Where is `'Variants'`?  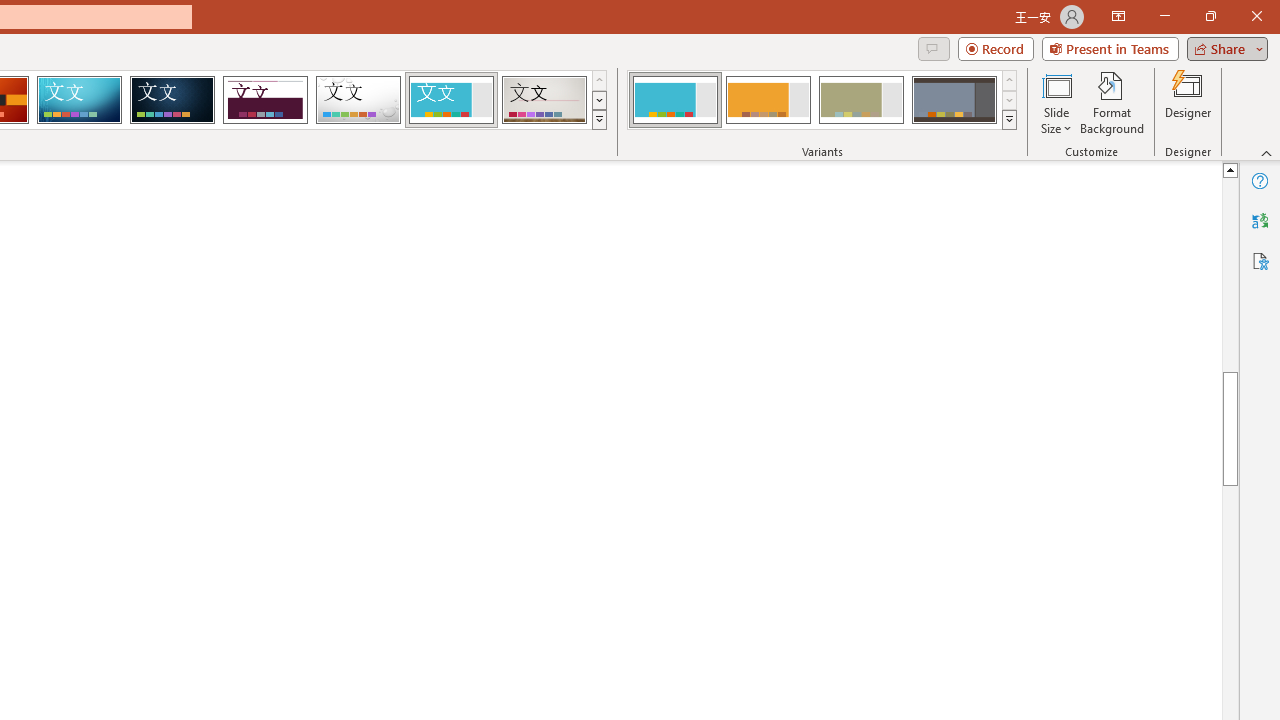 'Variants' is located at coordinates (1009, 120).